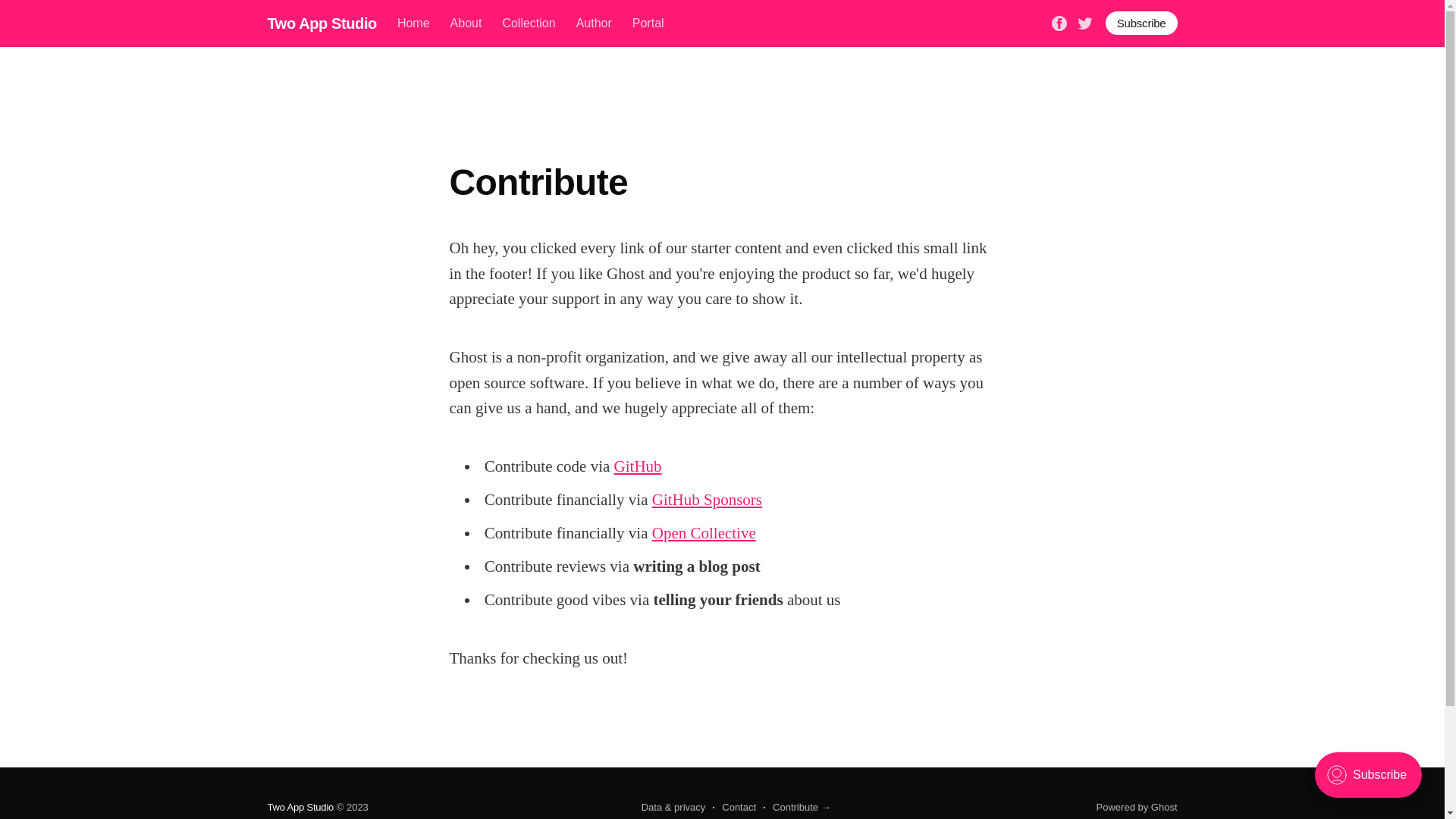 Image resolution: width=1456 pixels, height=819 pixels. Describe the element at coordinates (638, 465) in the screenshot. I see `'GitHub'` at that location.